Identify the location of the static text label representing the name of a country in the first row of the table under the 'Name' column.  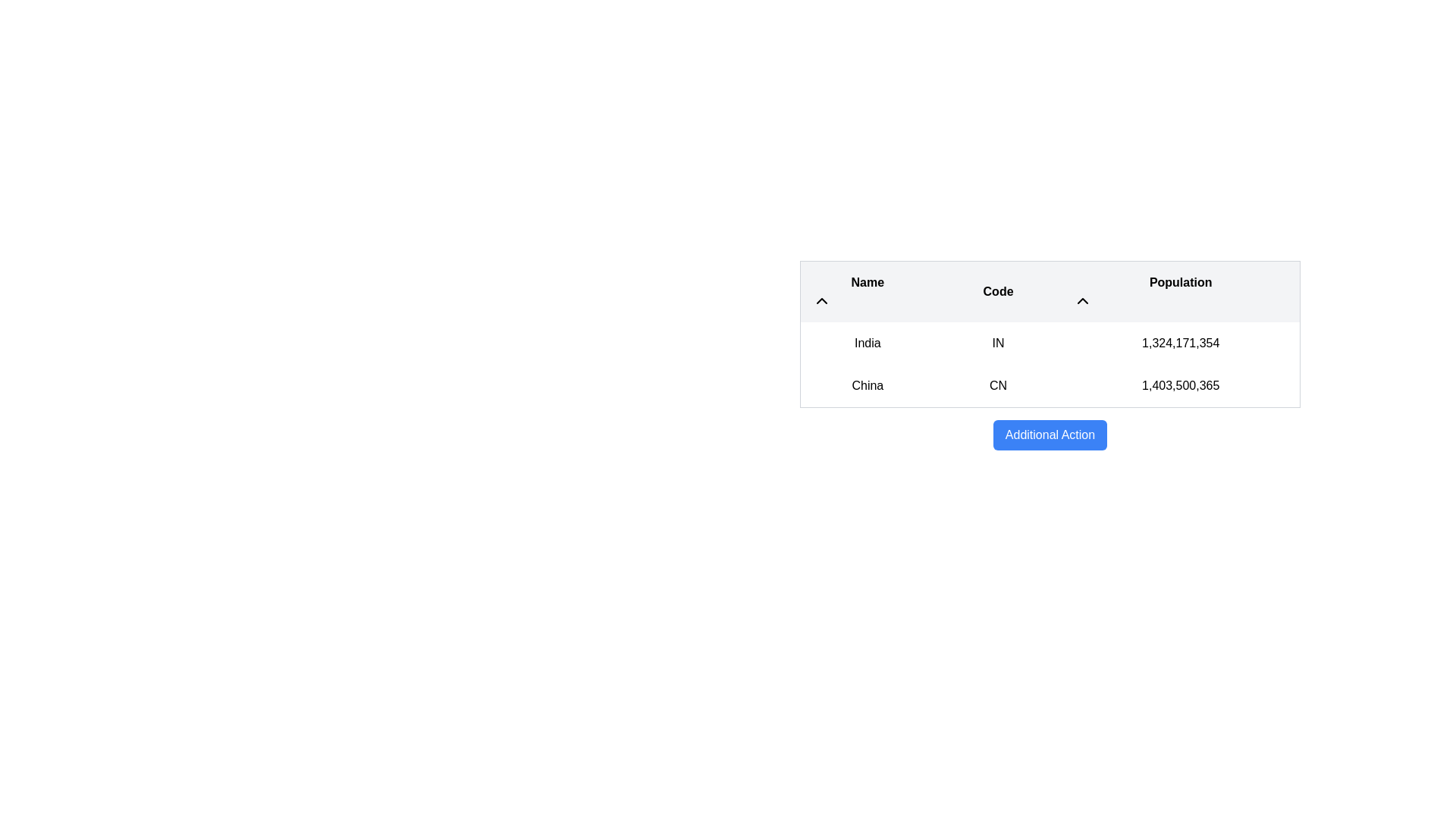
(868, 343).